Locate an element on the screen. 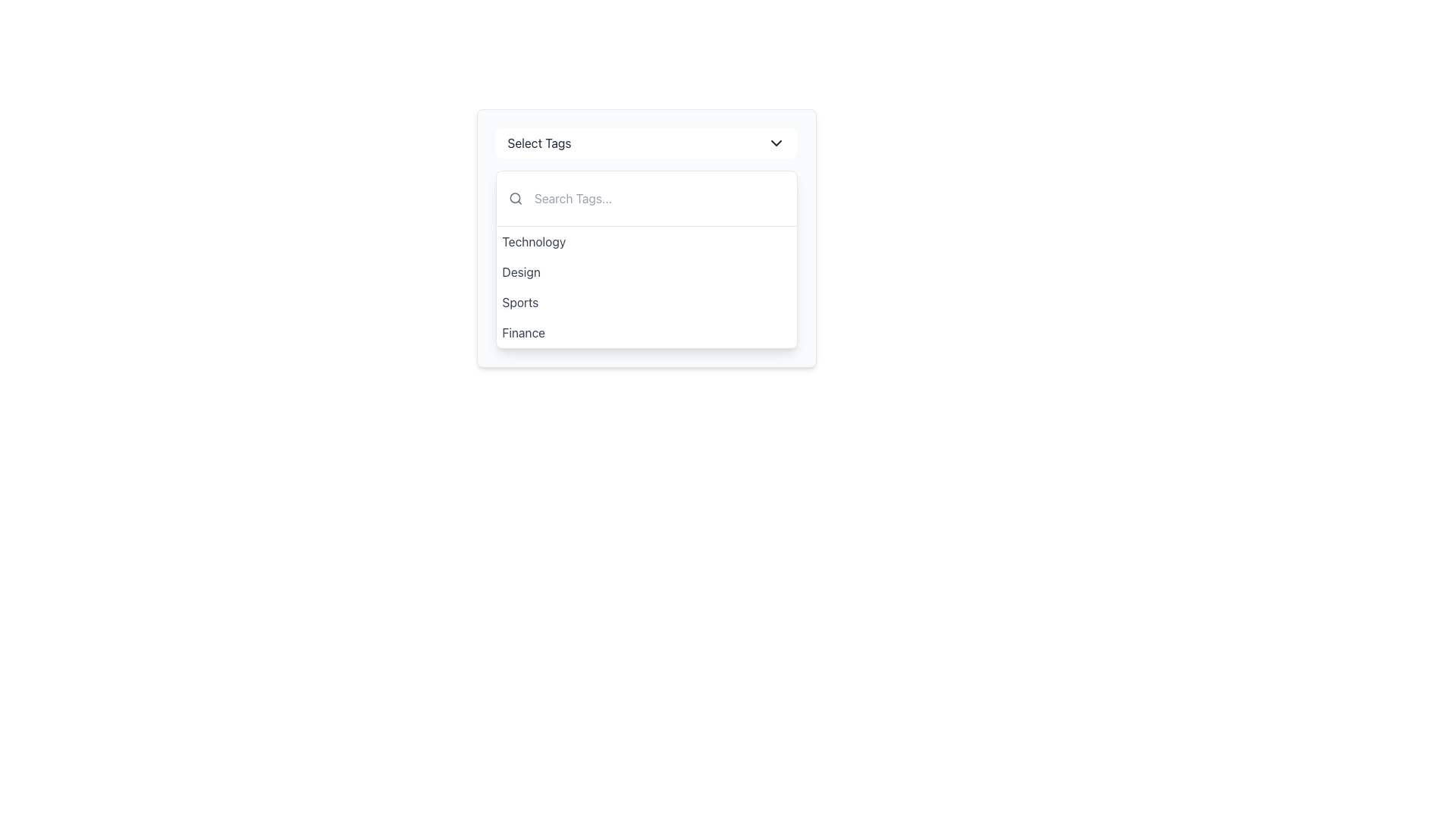 The height and width of the screenshot is (819, 1456). the Chevron Down icon located at the far right within the 'Select Tags' dropdown is located at coordinates (776, 143).